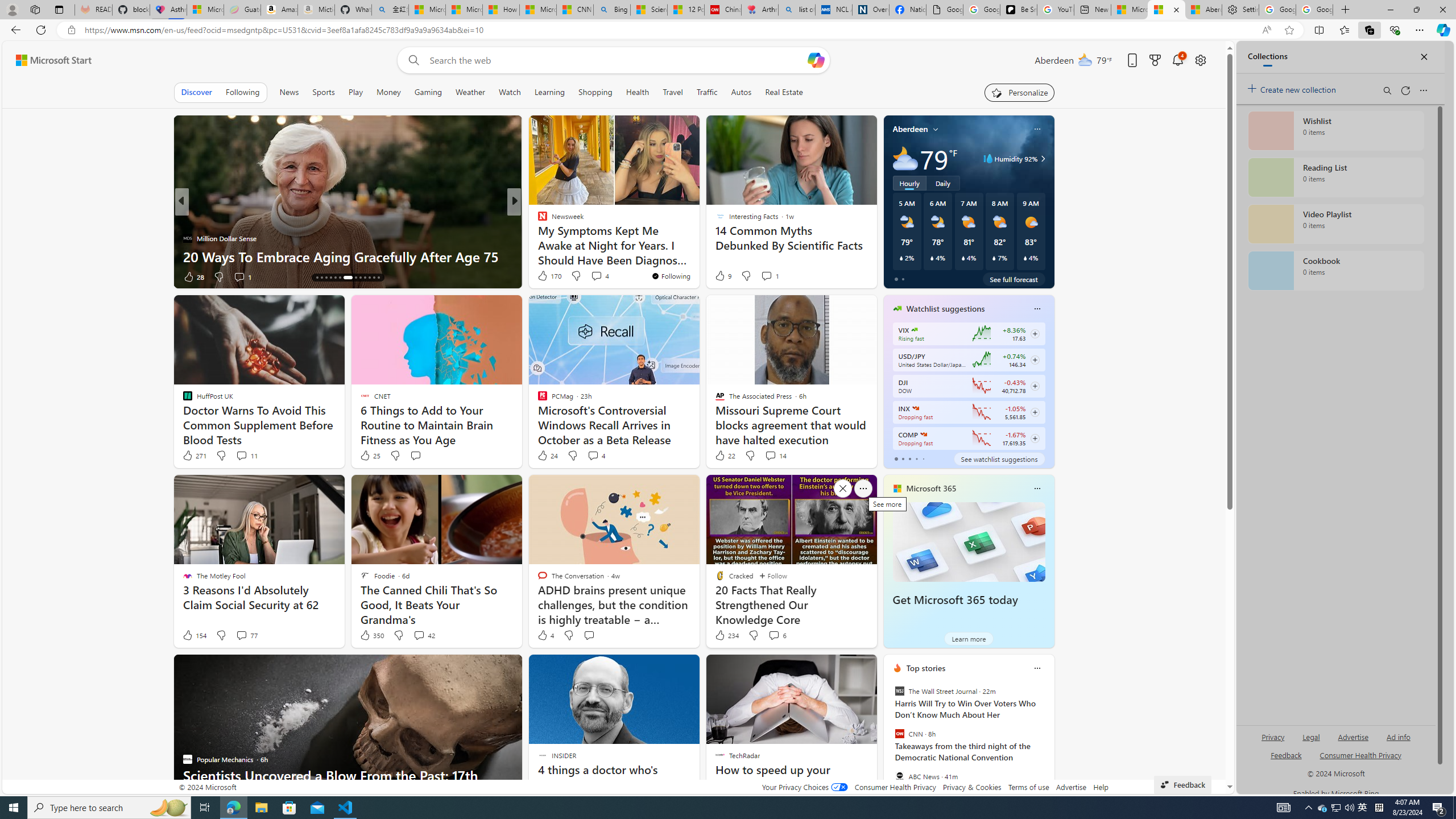 The height and width of the screenshot is (819, 1456). I want to click on '25 Like', so click(369, 455).